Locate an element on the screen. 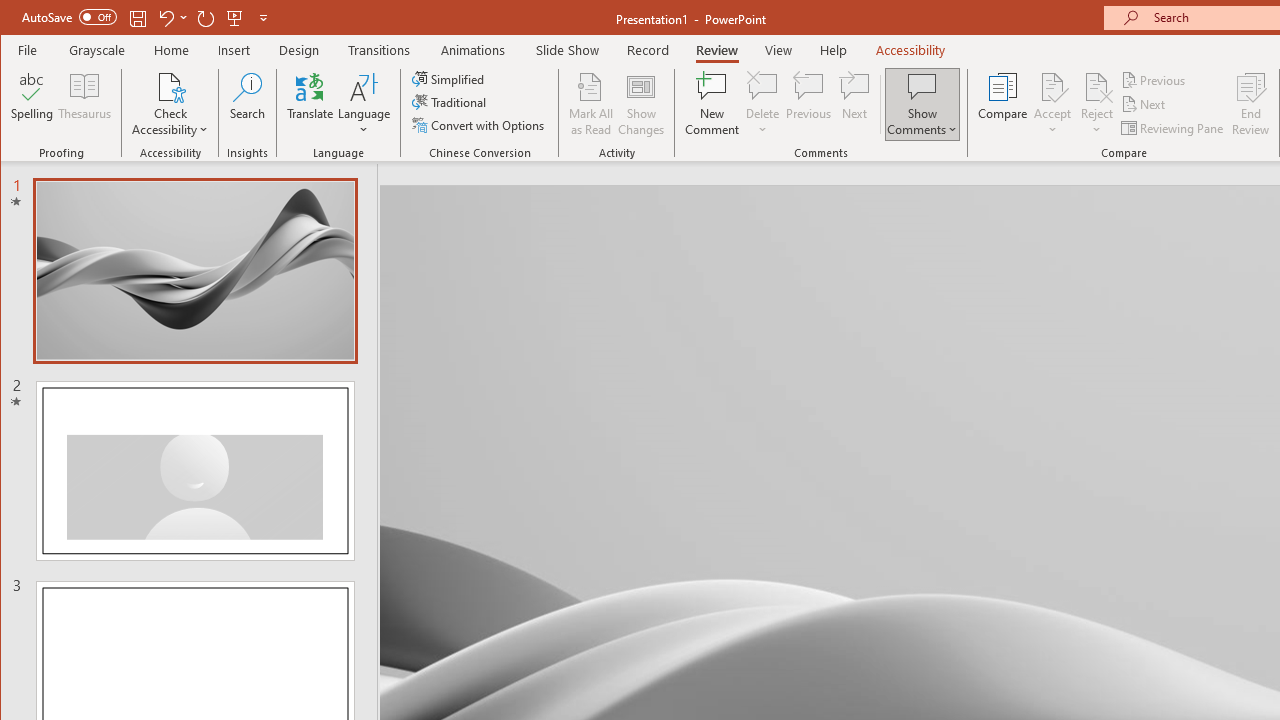 The height and width of the screenshot is (720, 1280). 'Language' is located at coordinates (364, 104).